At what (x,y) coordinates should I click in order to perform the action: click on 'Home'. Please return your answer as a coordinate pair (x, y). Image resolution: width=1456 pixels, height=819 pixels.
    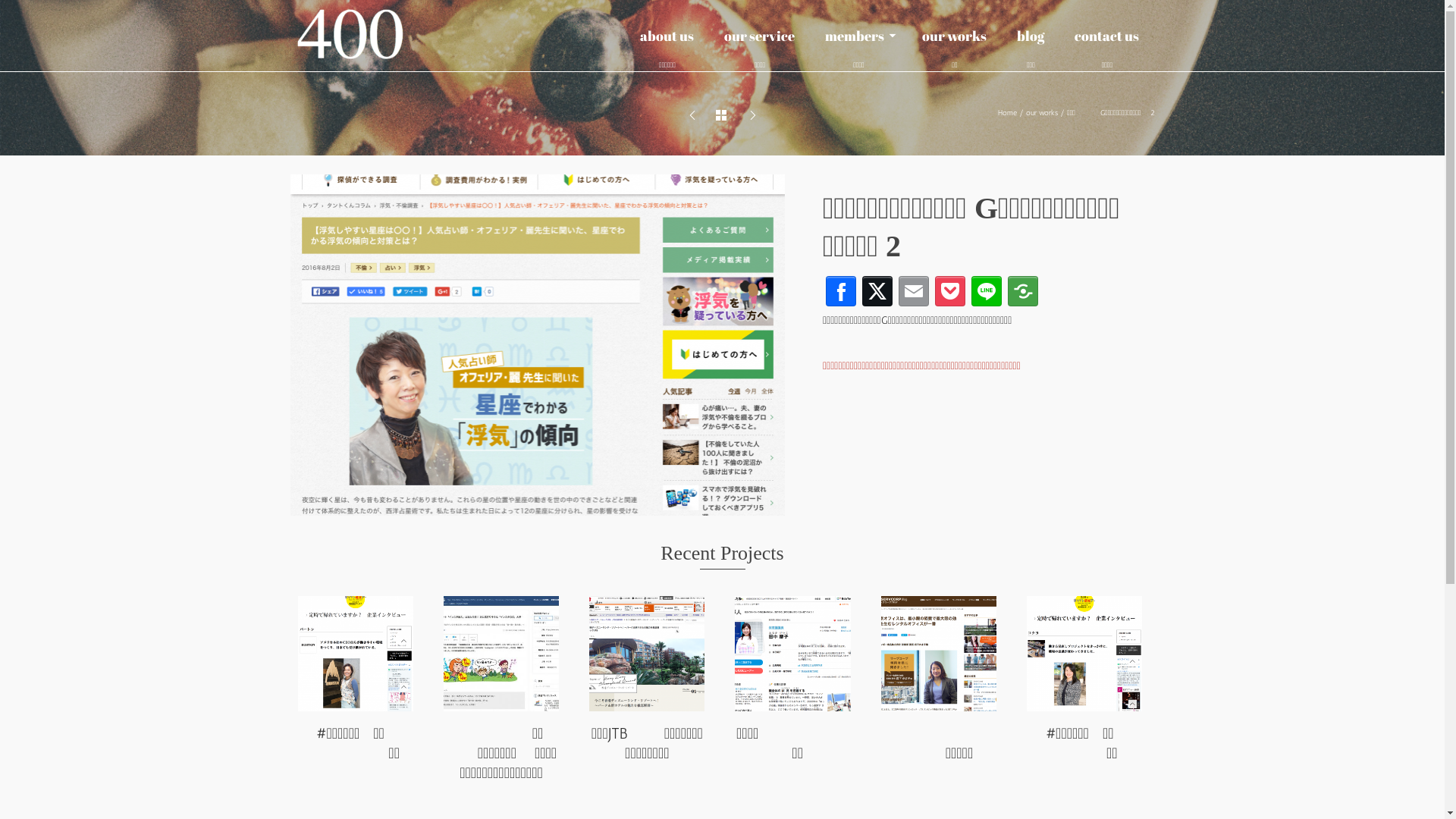
    Looking at the image, I should click on (1007, 112).